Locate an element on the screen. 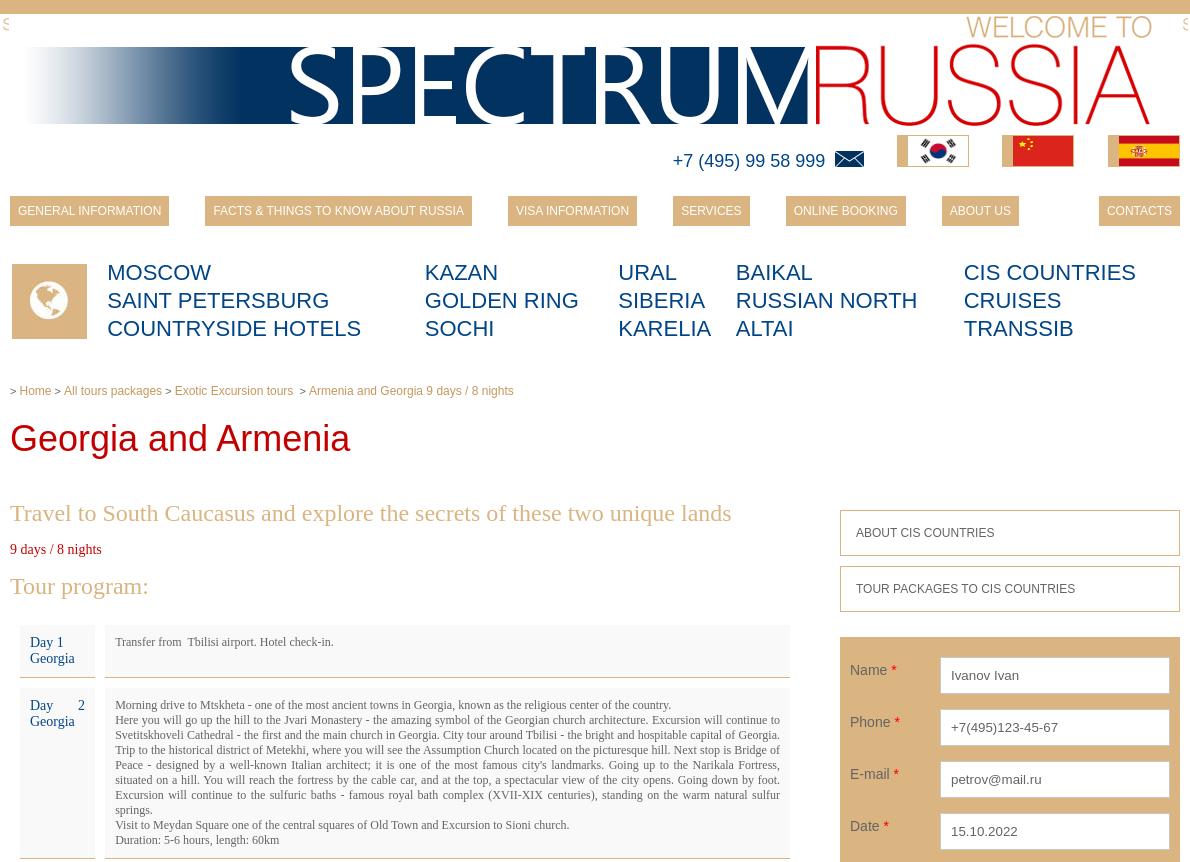 The image size is (1190, 862). 'Moscow' is located at coordinates (105, 271).